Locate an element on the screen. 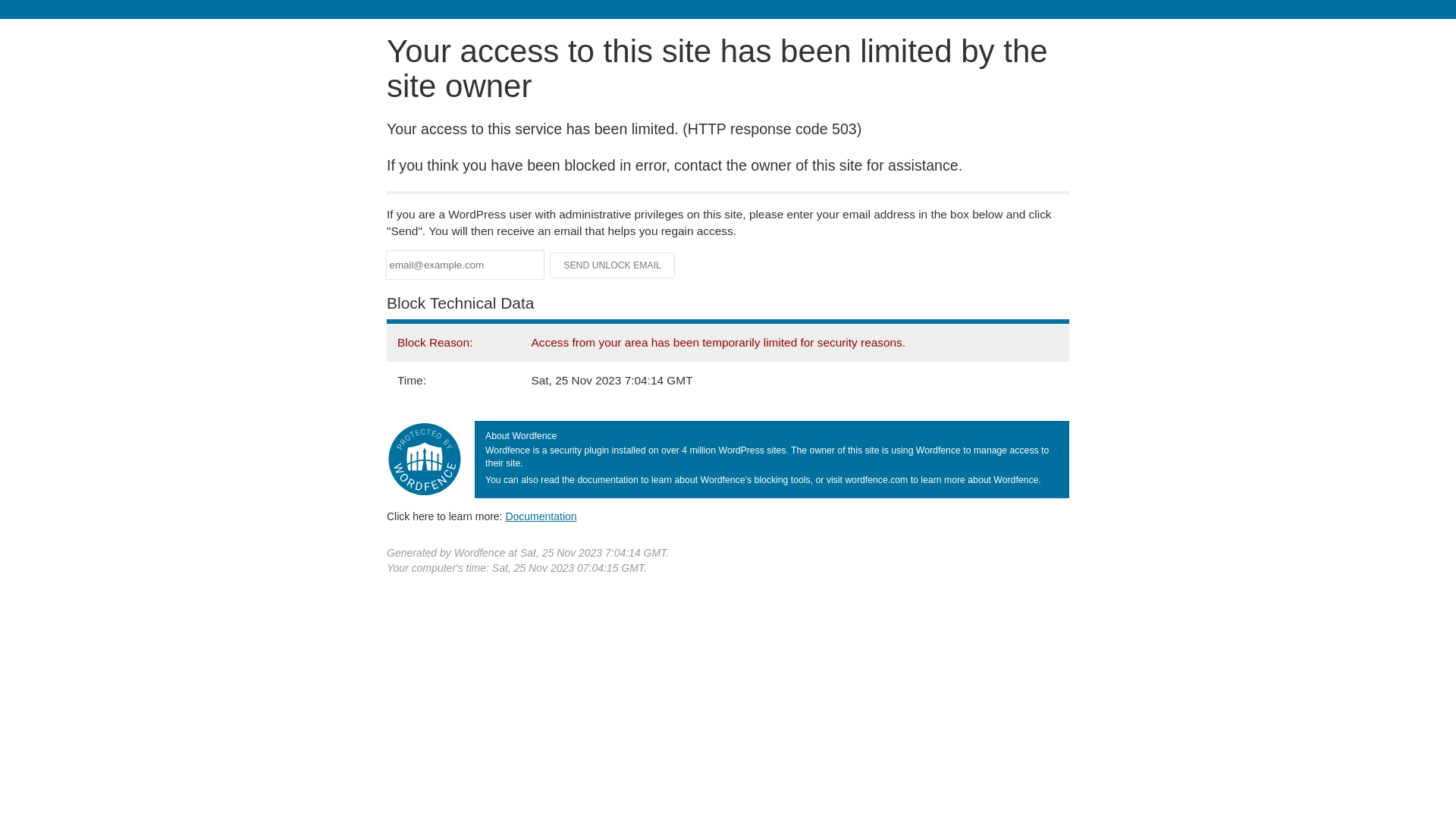 The height and width of the screenshot is (819, 1456). 'Send Unlock Email' is located at coordinates (548, 265).